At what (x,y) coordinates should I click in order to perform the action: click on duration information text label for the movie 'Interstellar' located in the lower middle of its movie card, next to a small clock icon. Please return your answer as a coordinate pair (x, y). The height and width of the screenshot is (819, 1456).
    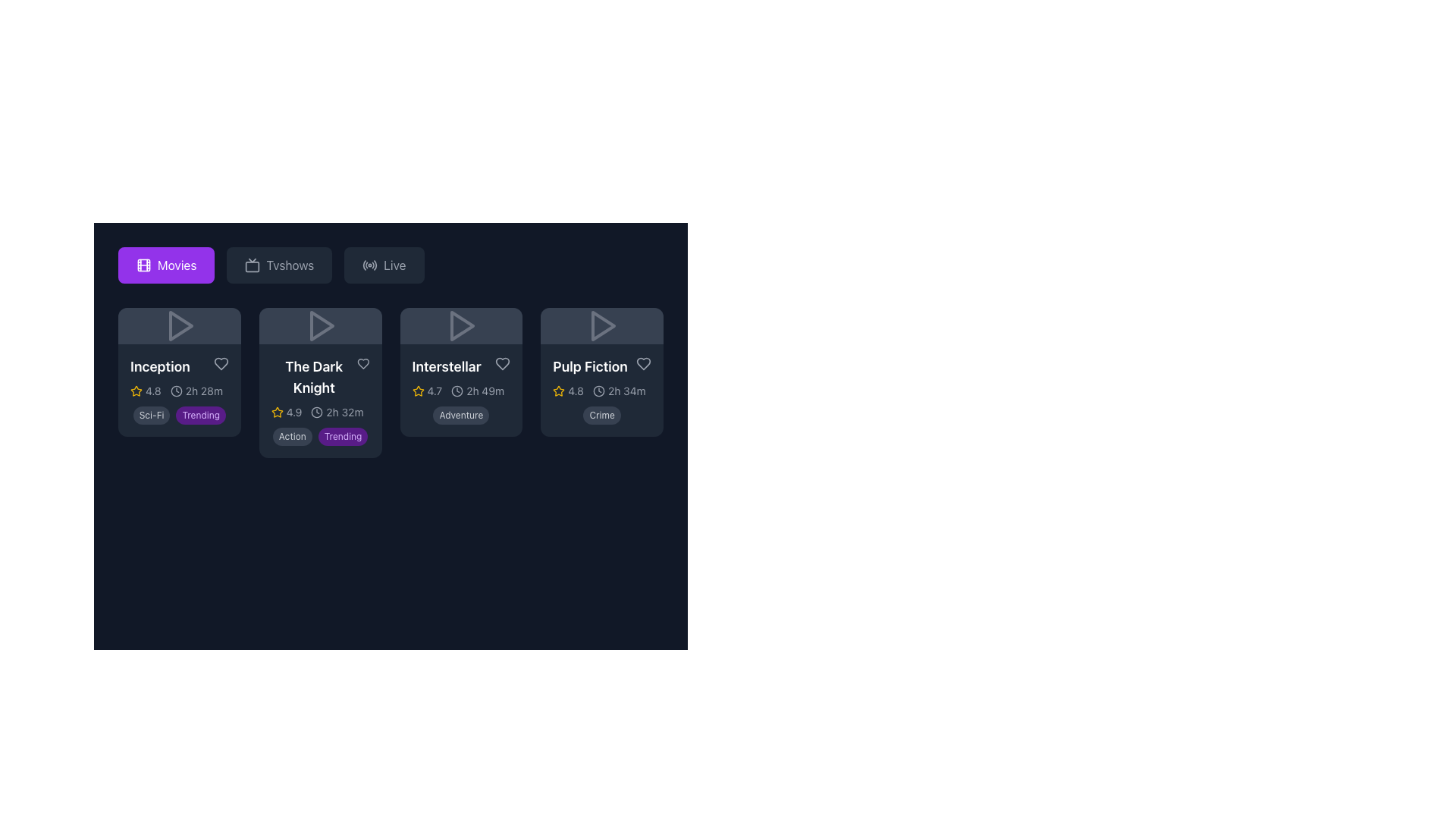
    Looking at the image, I should click on (485, 391).